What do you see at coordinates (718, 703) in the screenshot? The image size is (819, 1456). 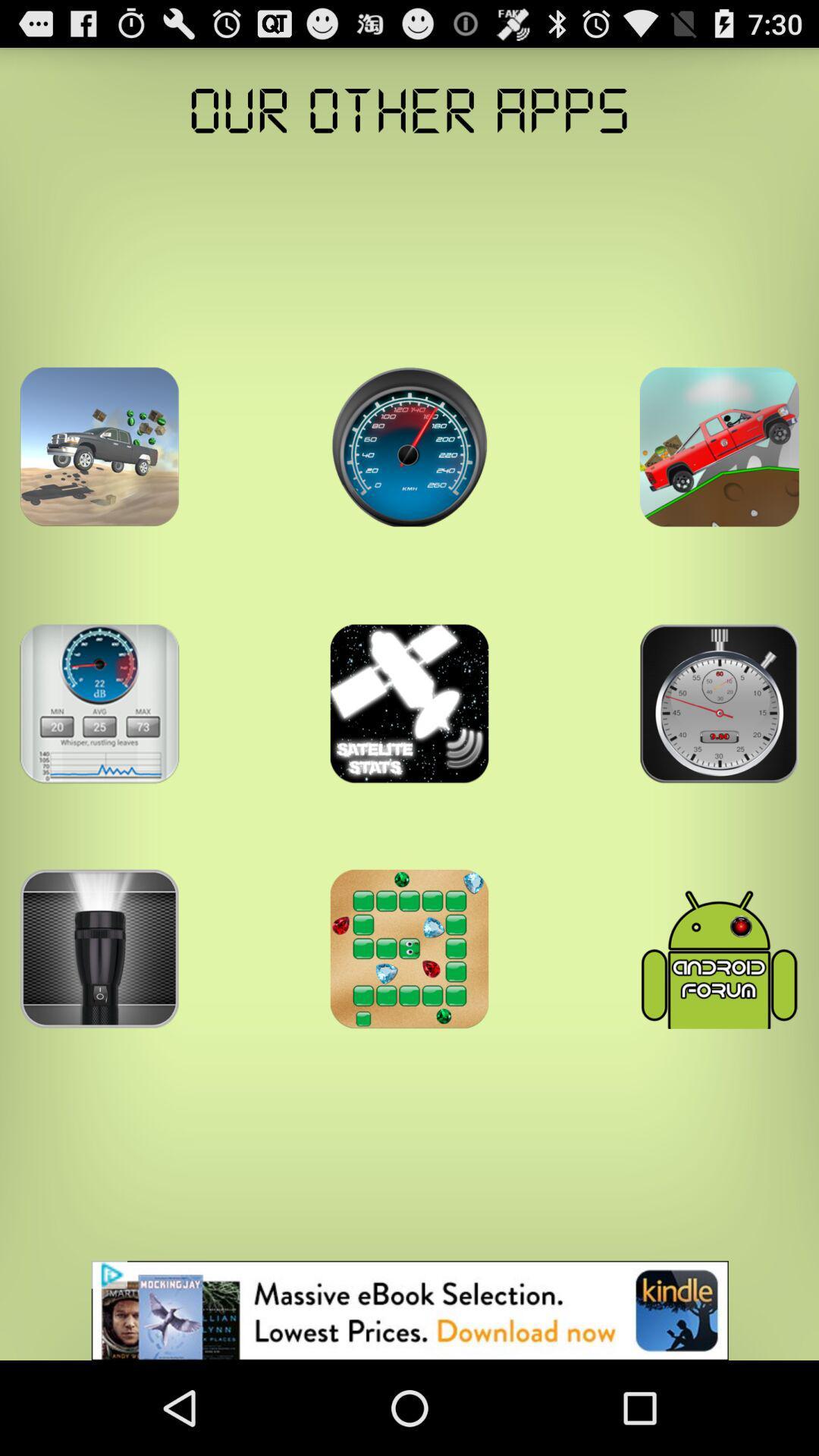 I see `stopwatch` at bounding box center [718, 703].